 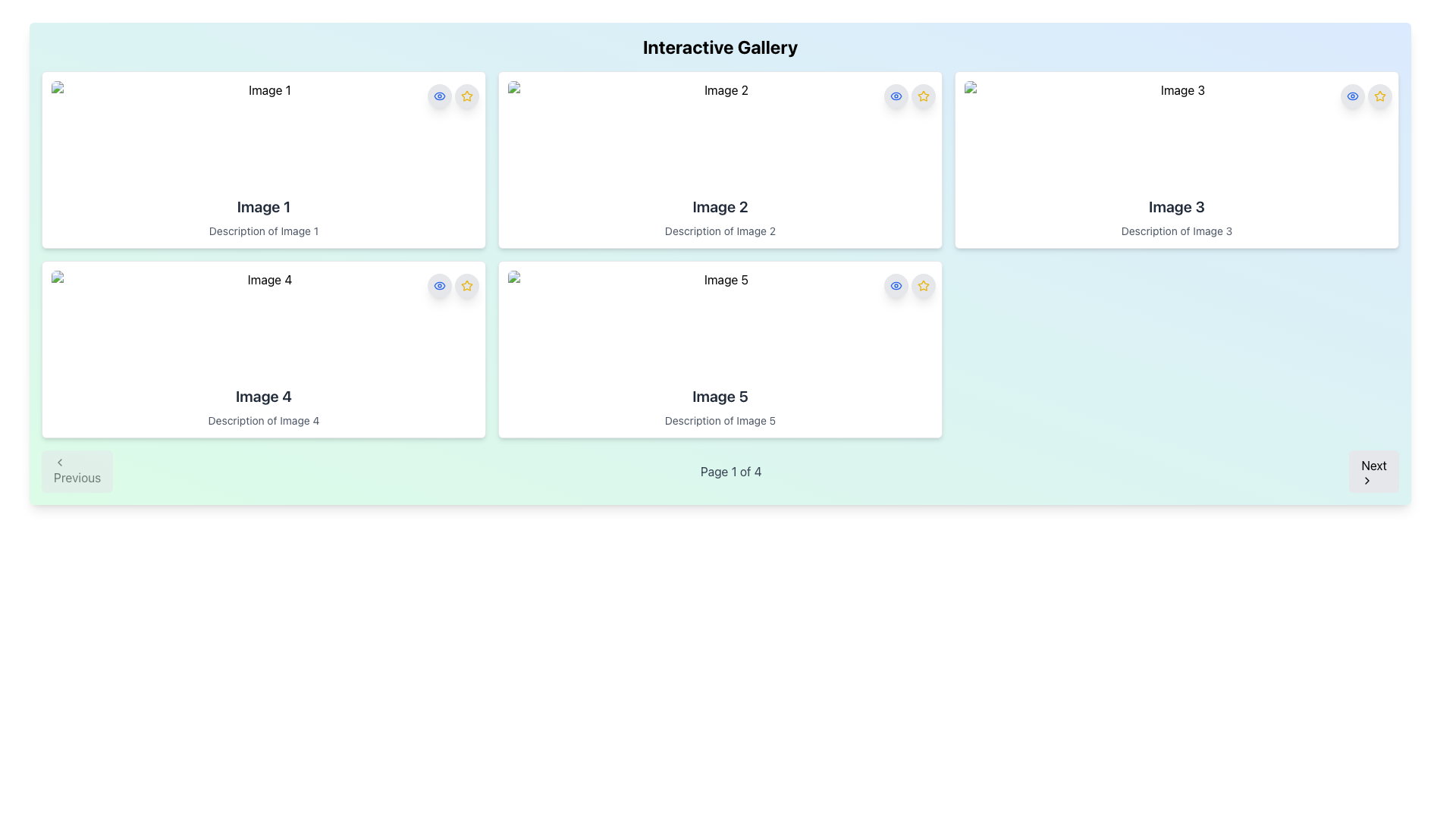 I want to click on the first interactive button at the top-right corner of the card labeled 'Image 5', which is adjacent to a star-shaped button, so click(x=896, y=286).